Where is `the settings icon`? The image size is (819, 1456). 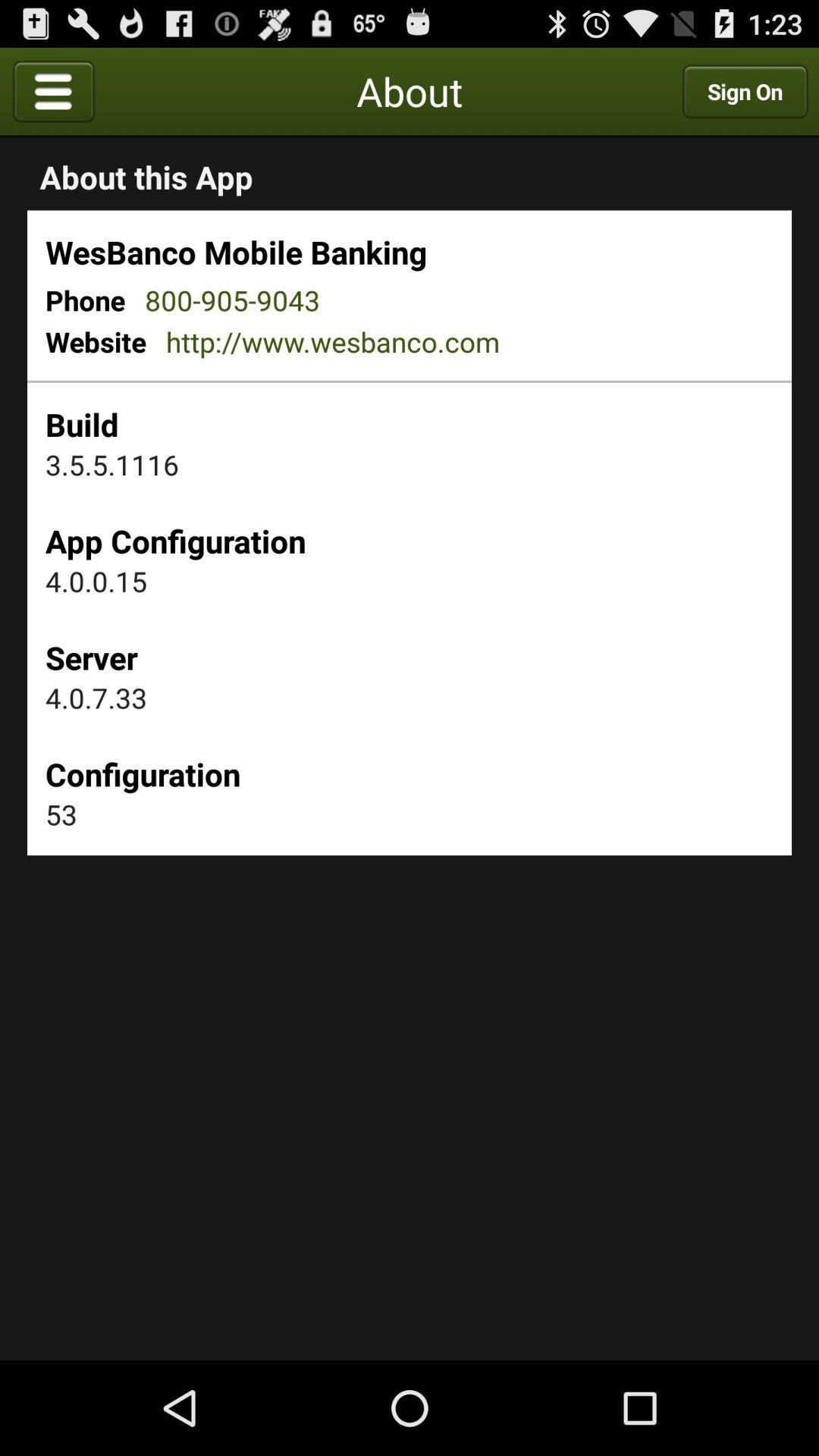
the settings icon is located at coordinates (203, 96).